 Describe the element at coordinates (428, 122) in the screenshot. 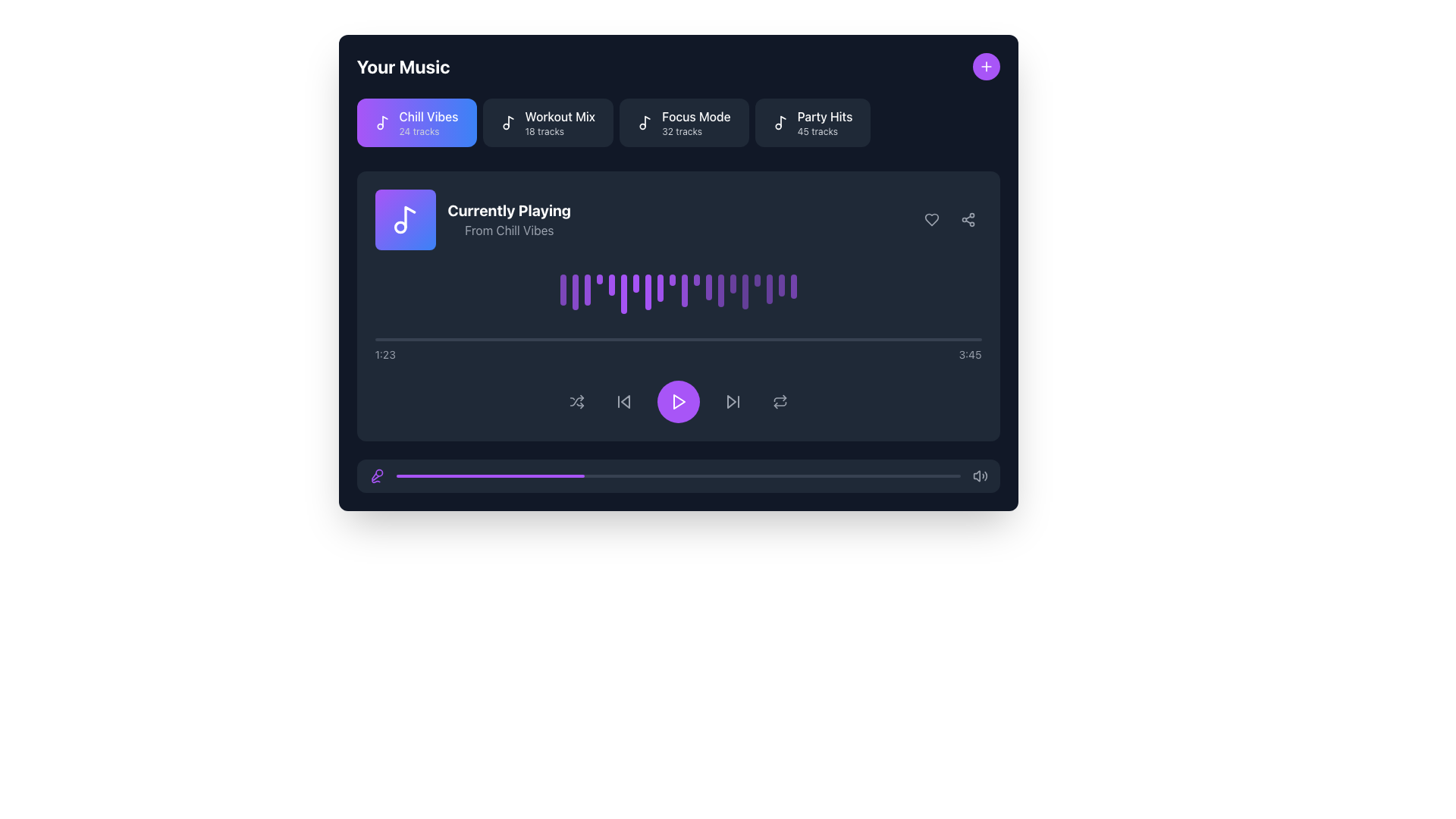

I see `the 'Chill Vibes' text block within the purple gradient card` at that location.